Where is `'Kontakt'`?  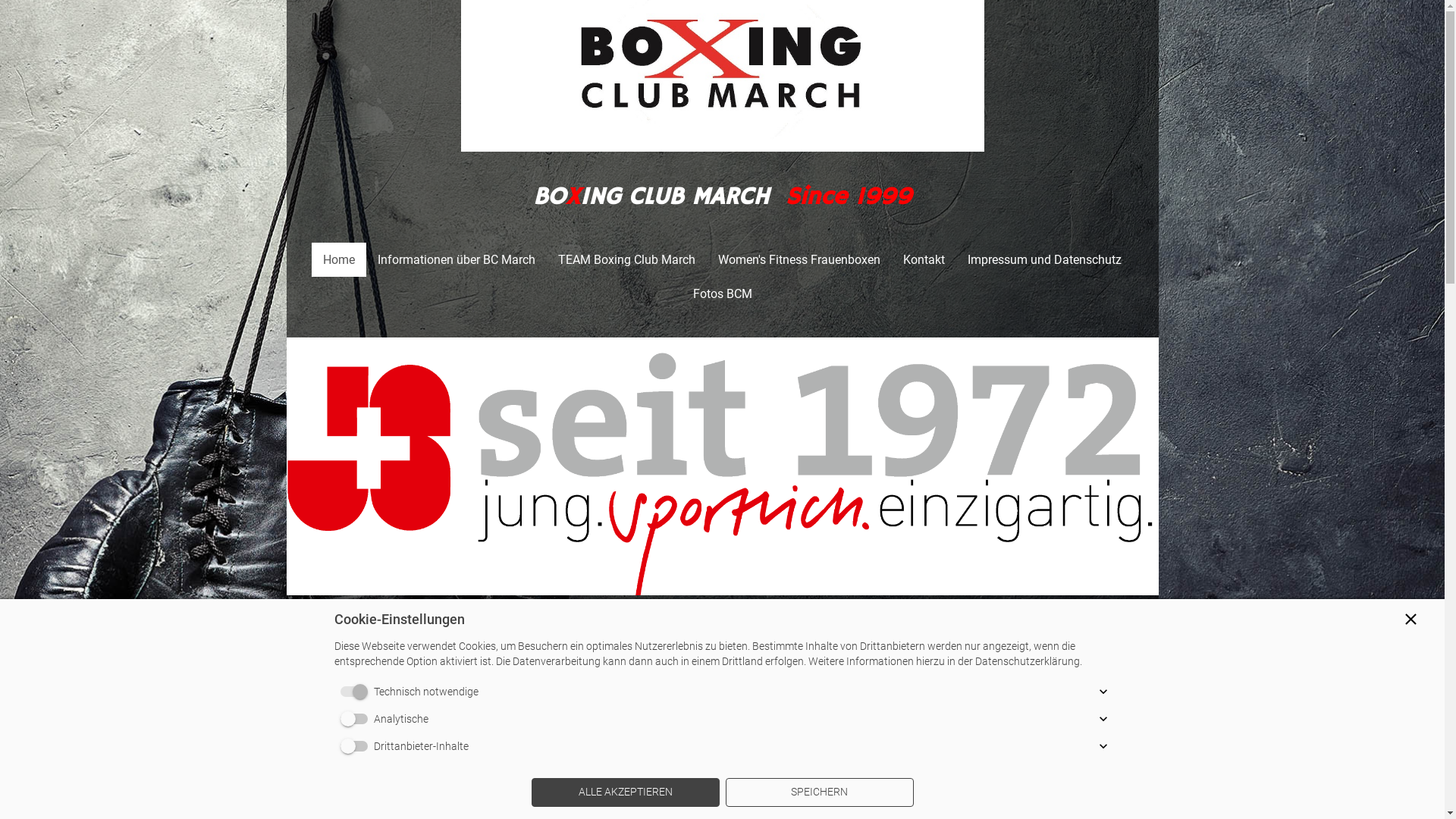 'Kontakt' is located at coordinates (923, 259).